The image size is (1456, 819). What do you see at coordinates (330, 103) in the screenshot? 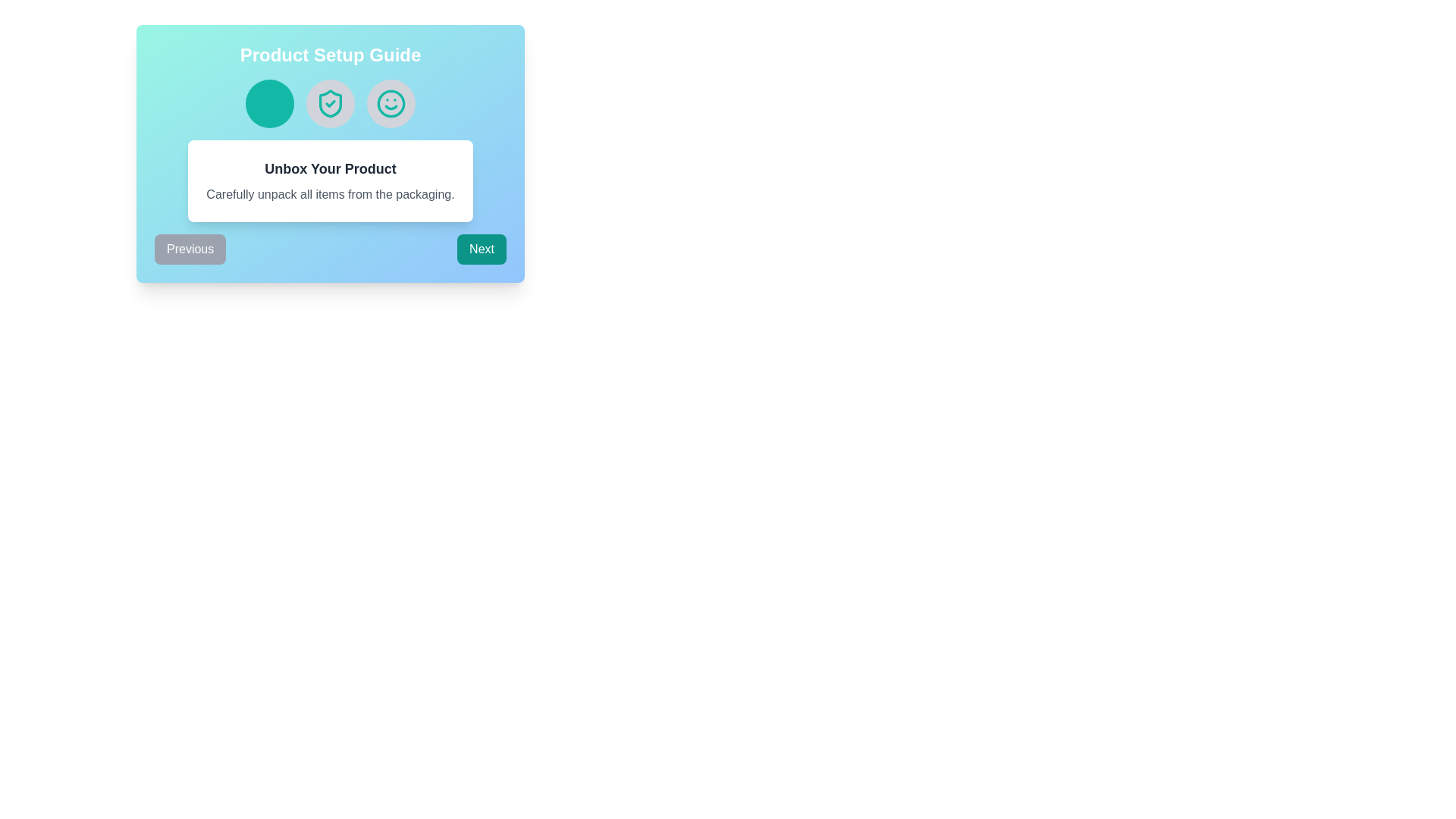
I see `the shield-like icon with a checkmark inside, which is the second icon in a sequence of three icons, located at the upper portion of the modal` at bounding box center [330, 103].